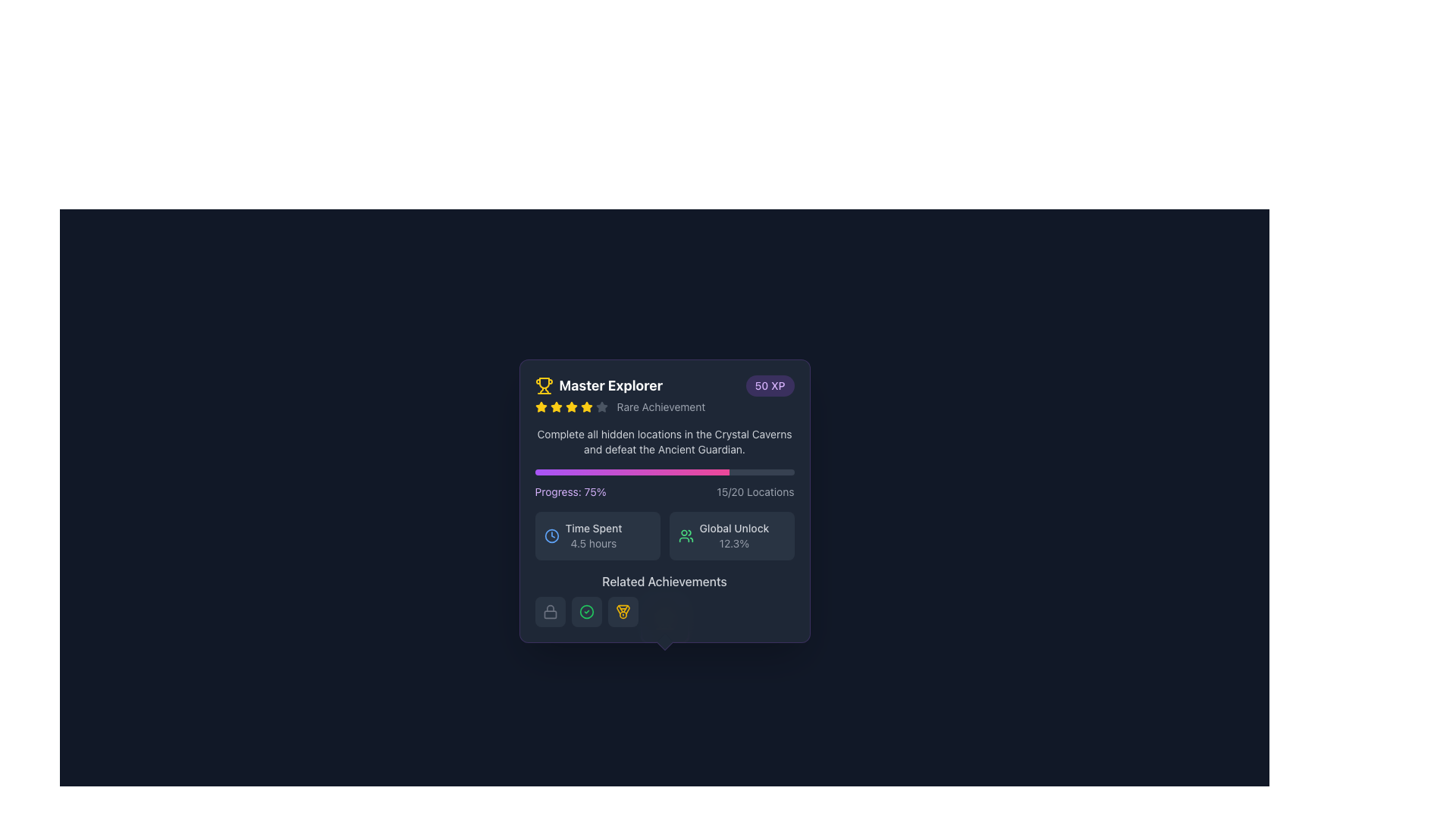  I want to click on the third star icon in the row of five stars under the title 'Master Explorer', so click(555, 406).